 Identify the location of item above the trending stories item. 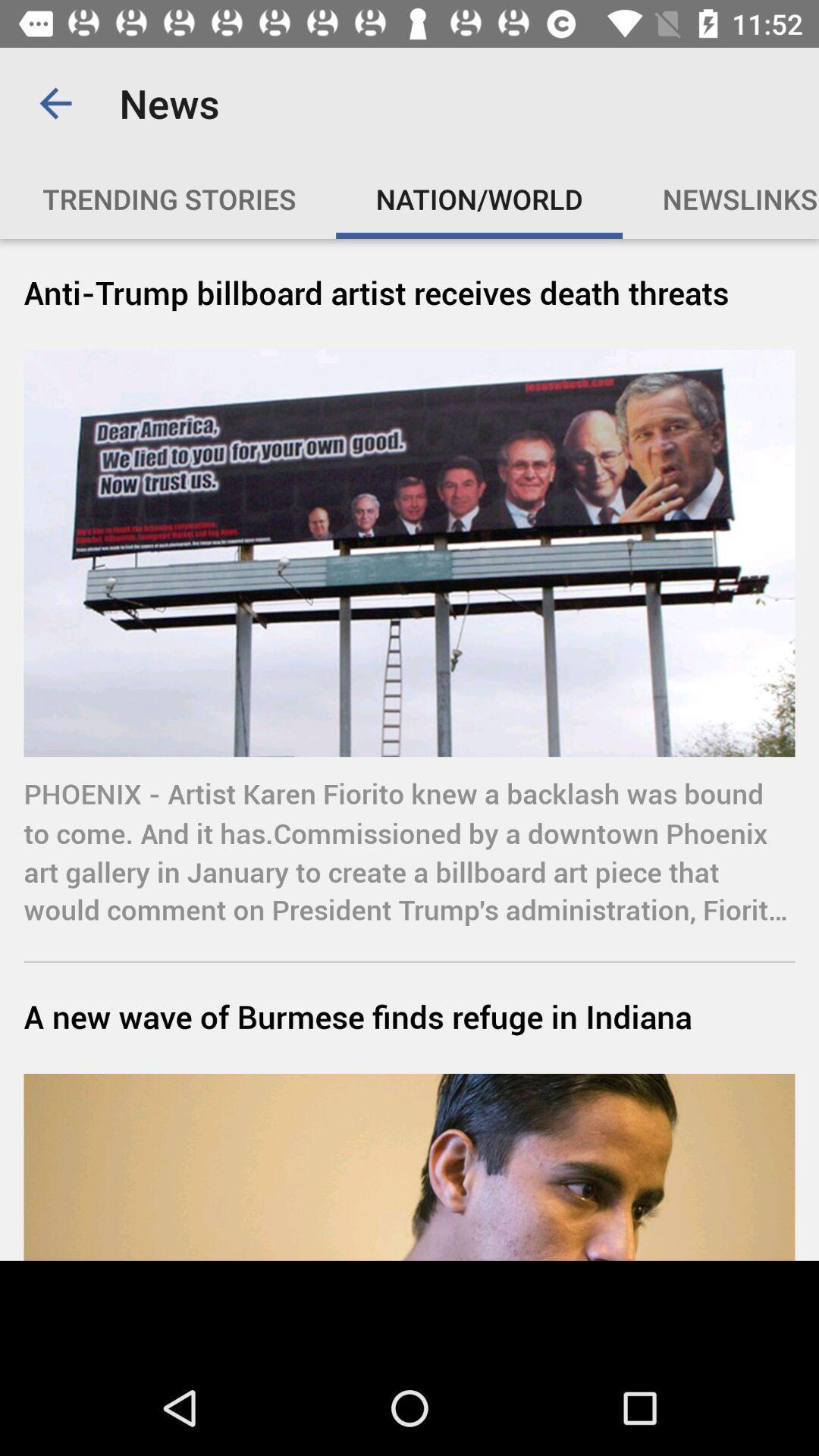
(55, 102).